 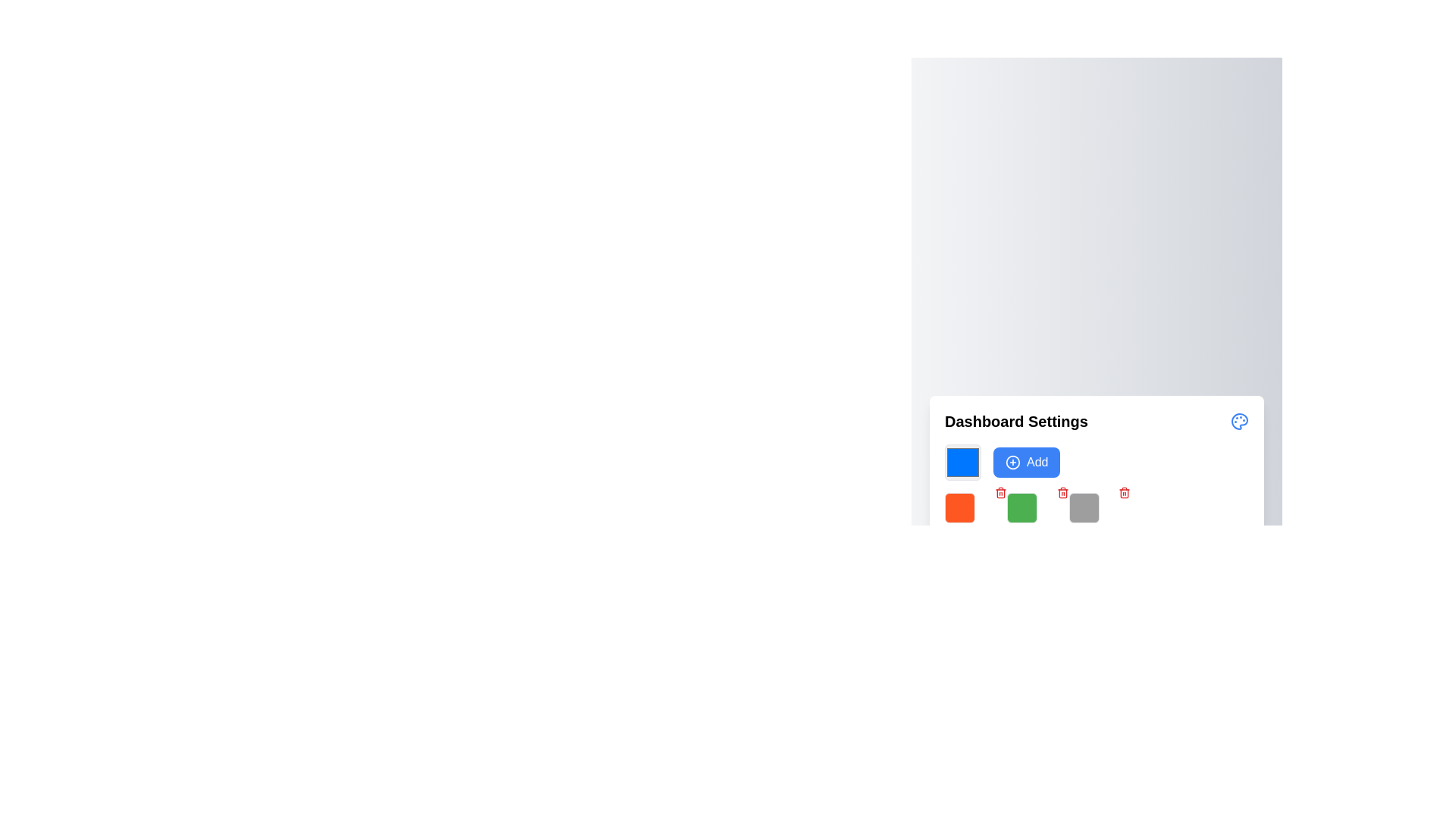 I want to click on the button in the 'Dashboard Settings' area located, so click(x=1083, y=508).